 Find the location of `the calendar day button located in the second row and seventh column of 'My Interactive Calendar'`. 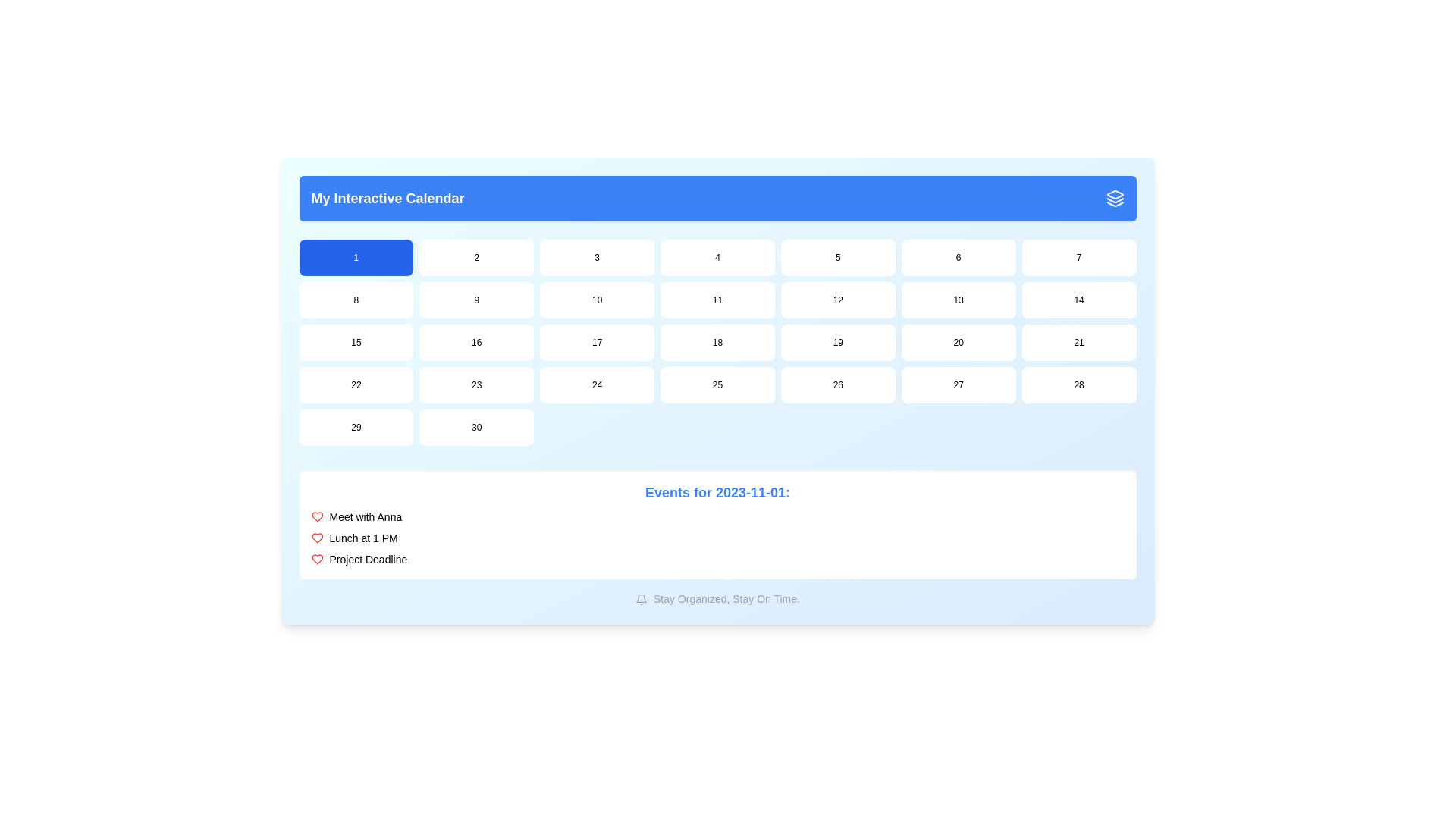

the calendar day button located in the second row and seventh column of 'My Interactive Calendar' is located at coordinates (1078, 300).